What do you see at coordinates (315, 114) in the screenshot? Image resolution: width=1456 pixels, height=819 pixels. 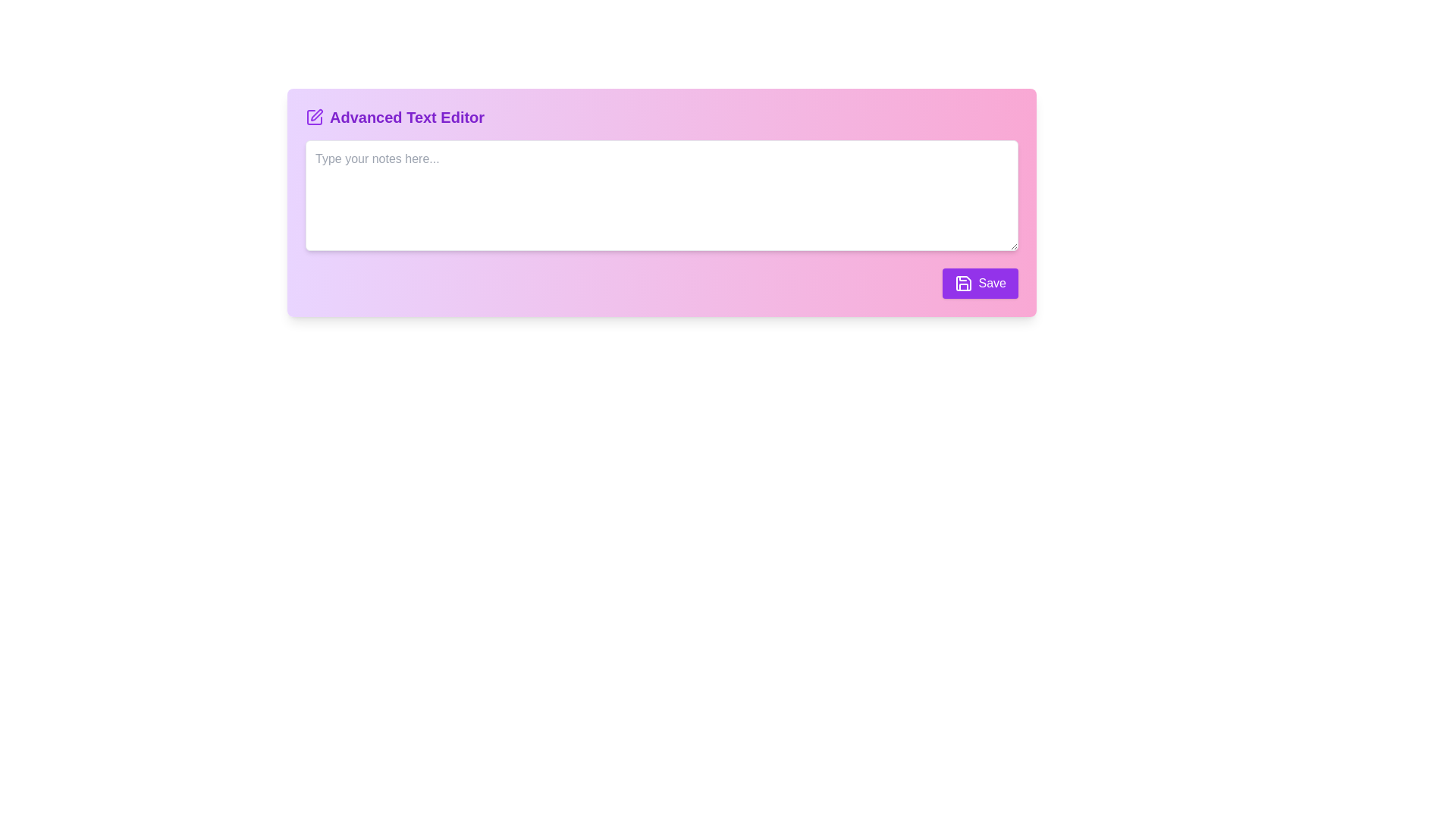 I see `the pen-shaped icon with a monochromatic purple styling, which is part of the graphical interface above the 'Advanced Text Editor' label` at bounding box center [315, 114].